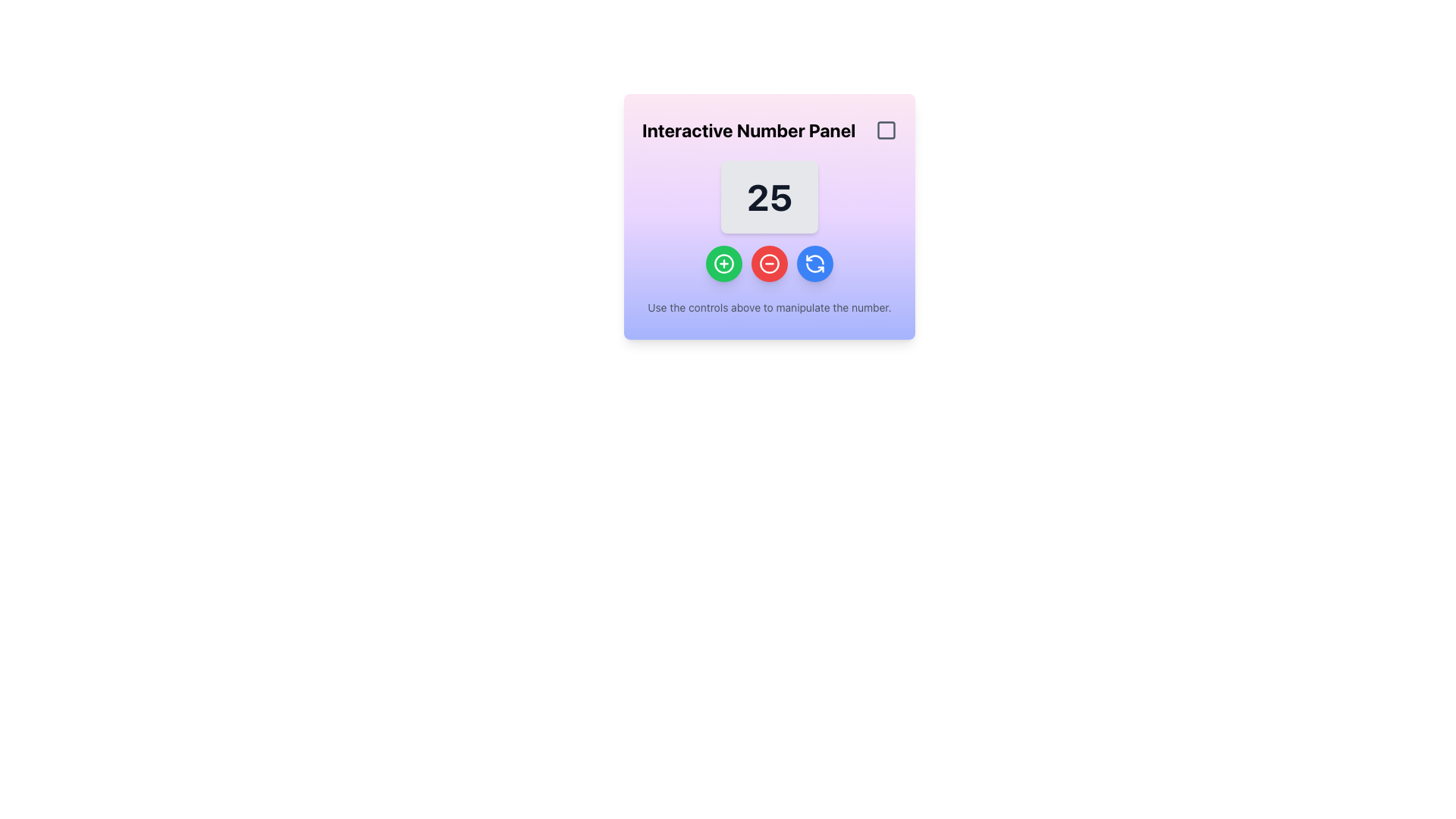  What do you see at coordinates (769, 307) in the screenshot?
I see `the static informative text element that provides guidance to users, located directly below the row of three action buttons` at bounding box center [769, 307].